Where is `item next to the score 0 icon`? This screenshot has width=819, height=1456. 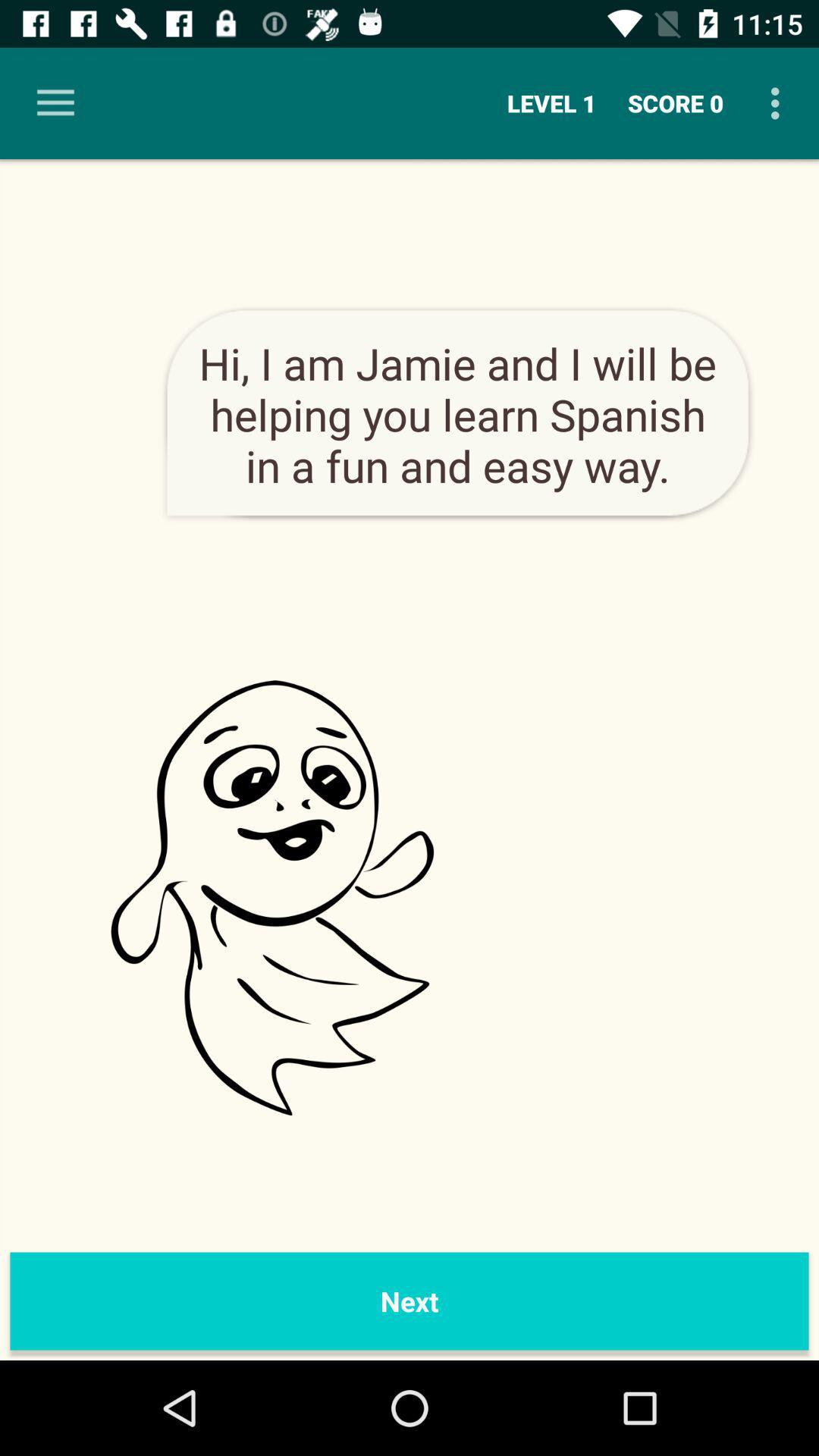 item next to the score 0 icon is located at coordinates (551, 102).